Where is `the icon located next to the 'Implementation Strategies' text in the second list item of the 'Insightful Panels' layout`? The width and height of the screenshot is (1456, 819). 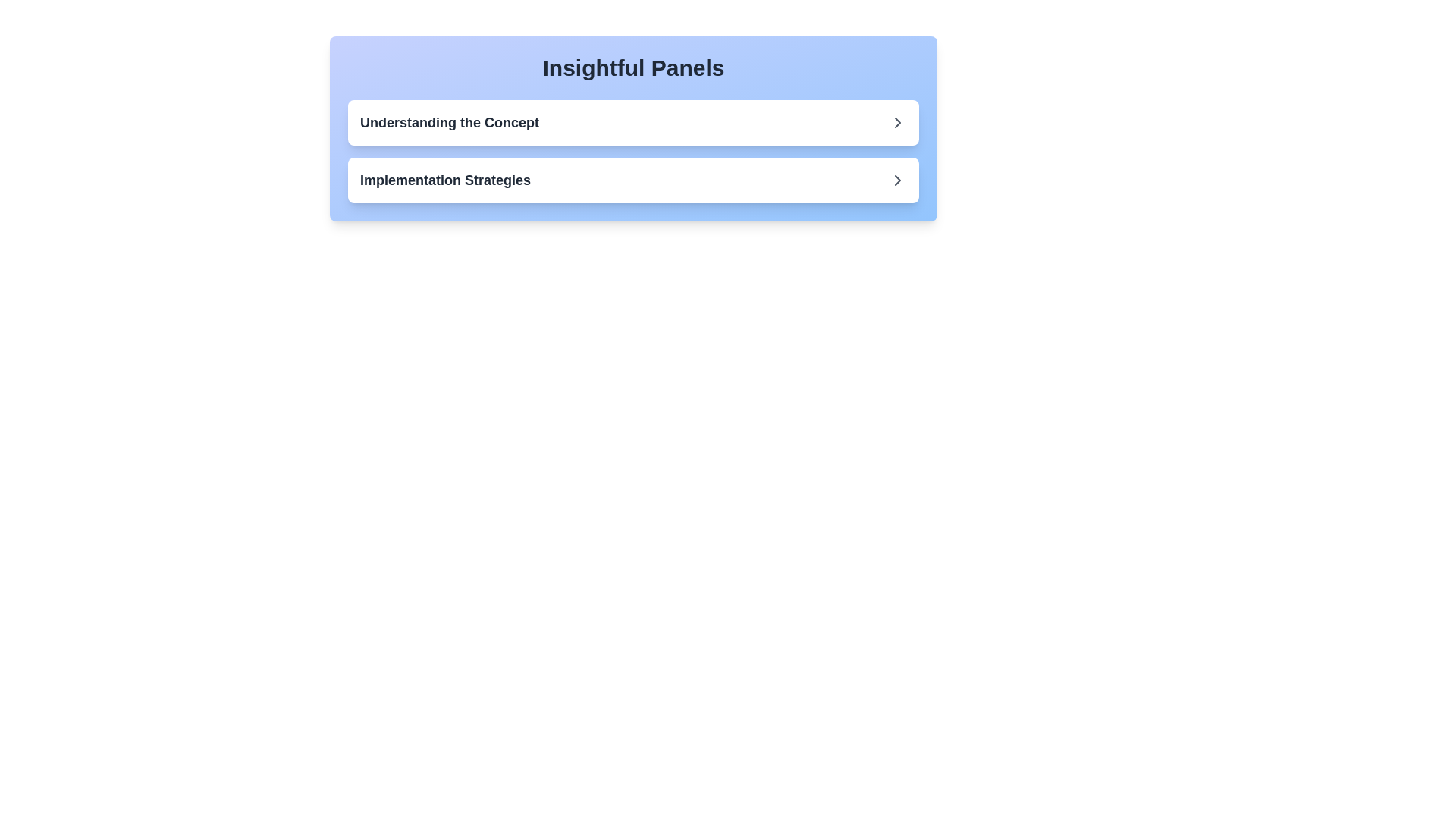 the icon located next to the 'Implementation Strategies' text in the second list item of the 'Insightful Panels' layout is located at coordinates (898, 122).